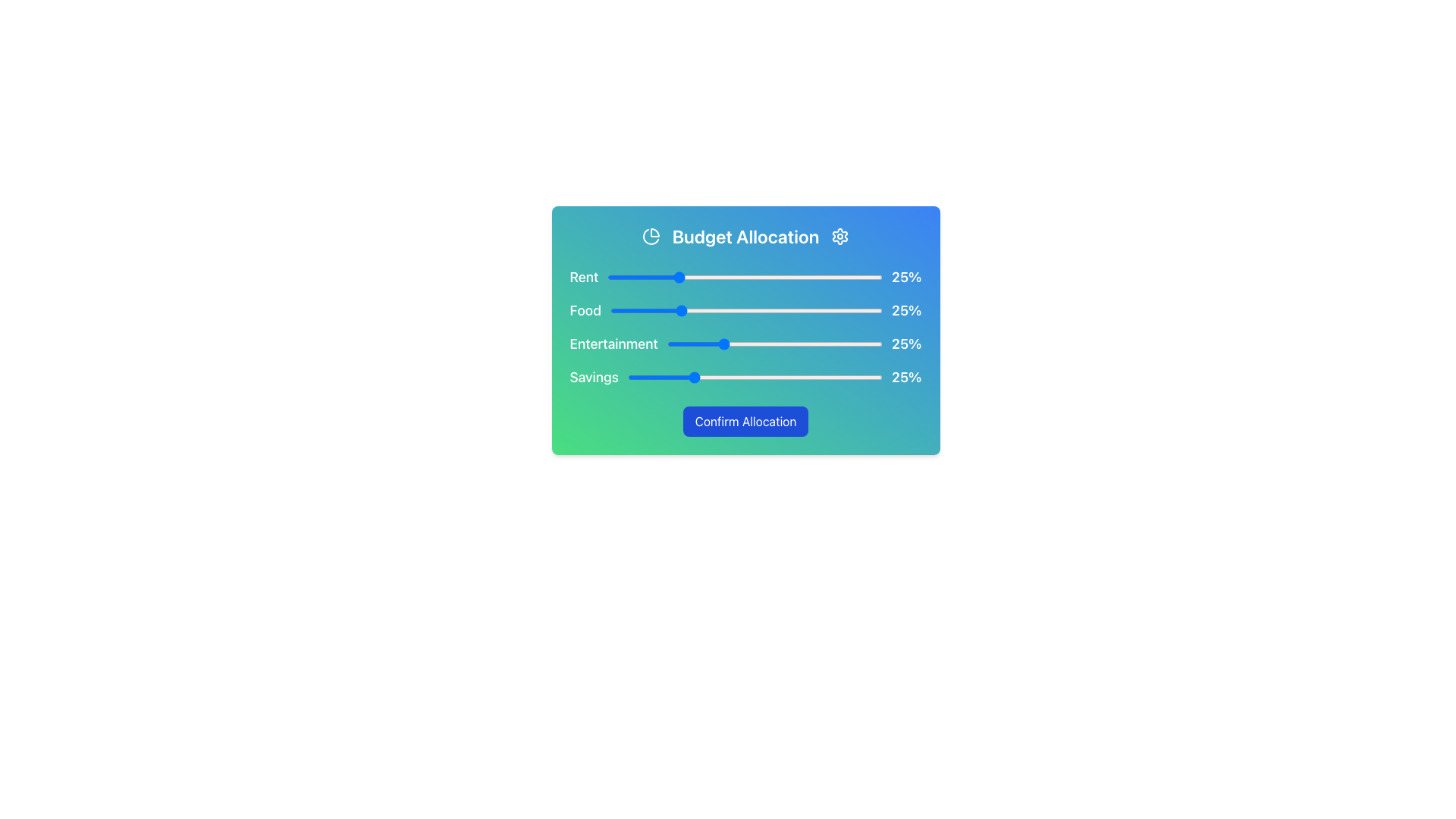  What do you see at coordinates (654, 309) in the screenshot?
I see `the slider` at bounding box center [654, 309].